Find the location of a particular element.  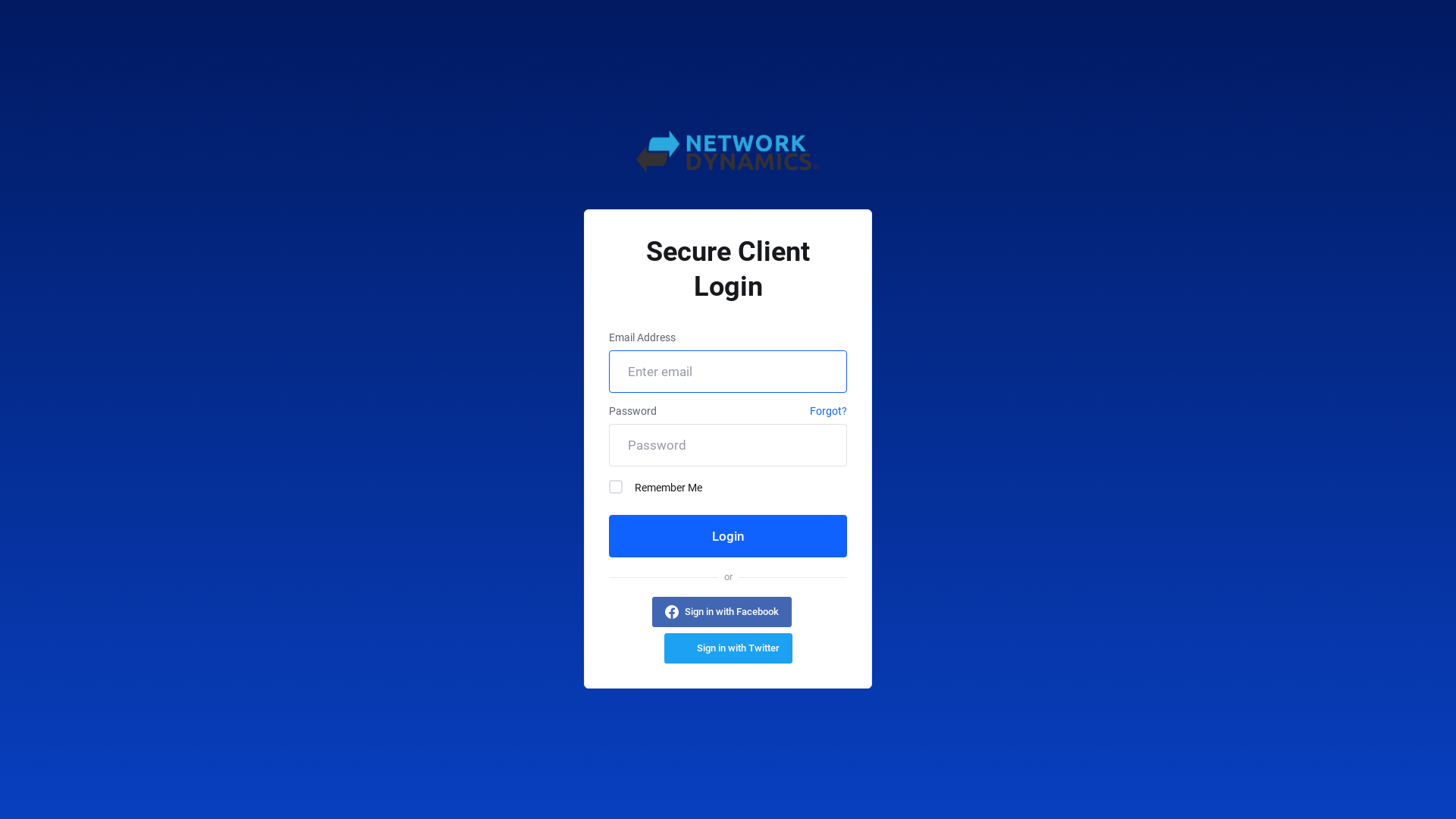

'Forgot?' is located at coordinates (827, 413).